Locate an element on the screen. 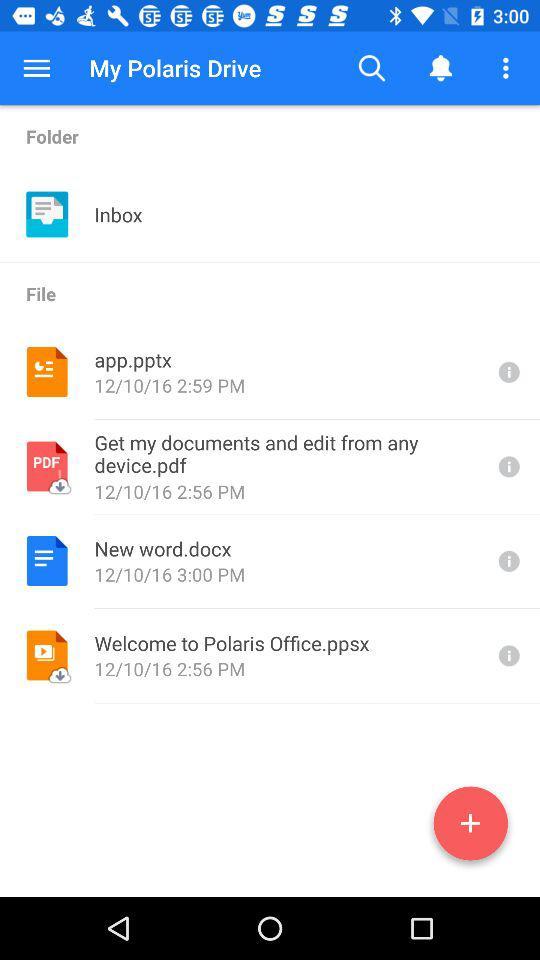  more information is located at coordinates (507, 654).